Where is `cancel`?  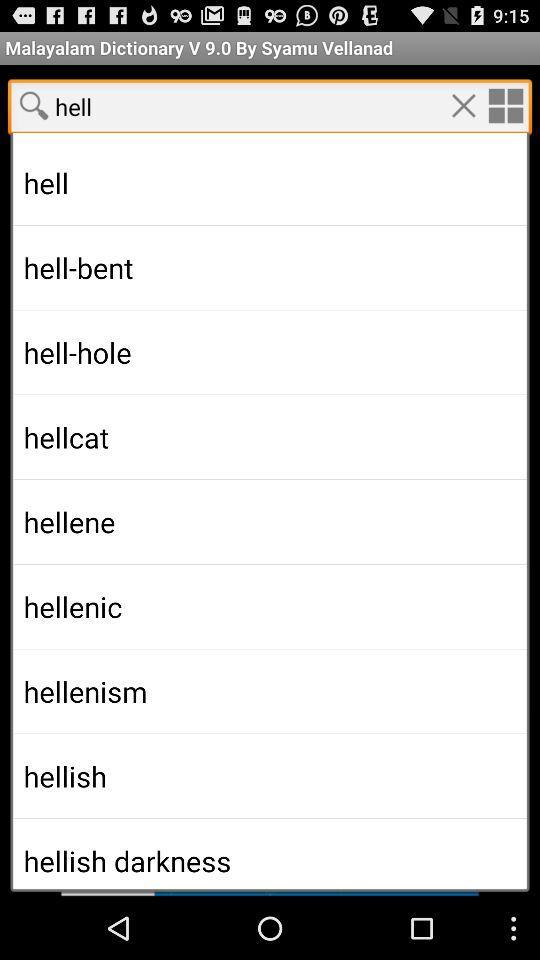 cancel is located at coordinates (463, 105).